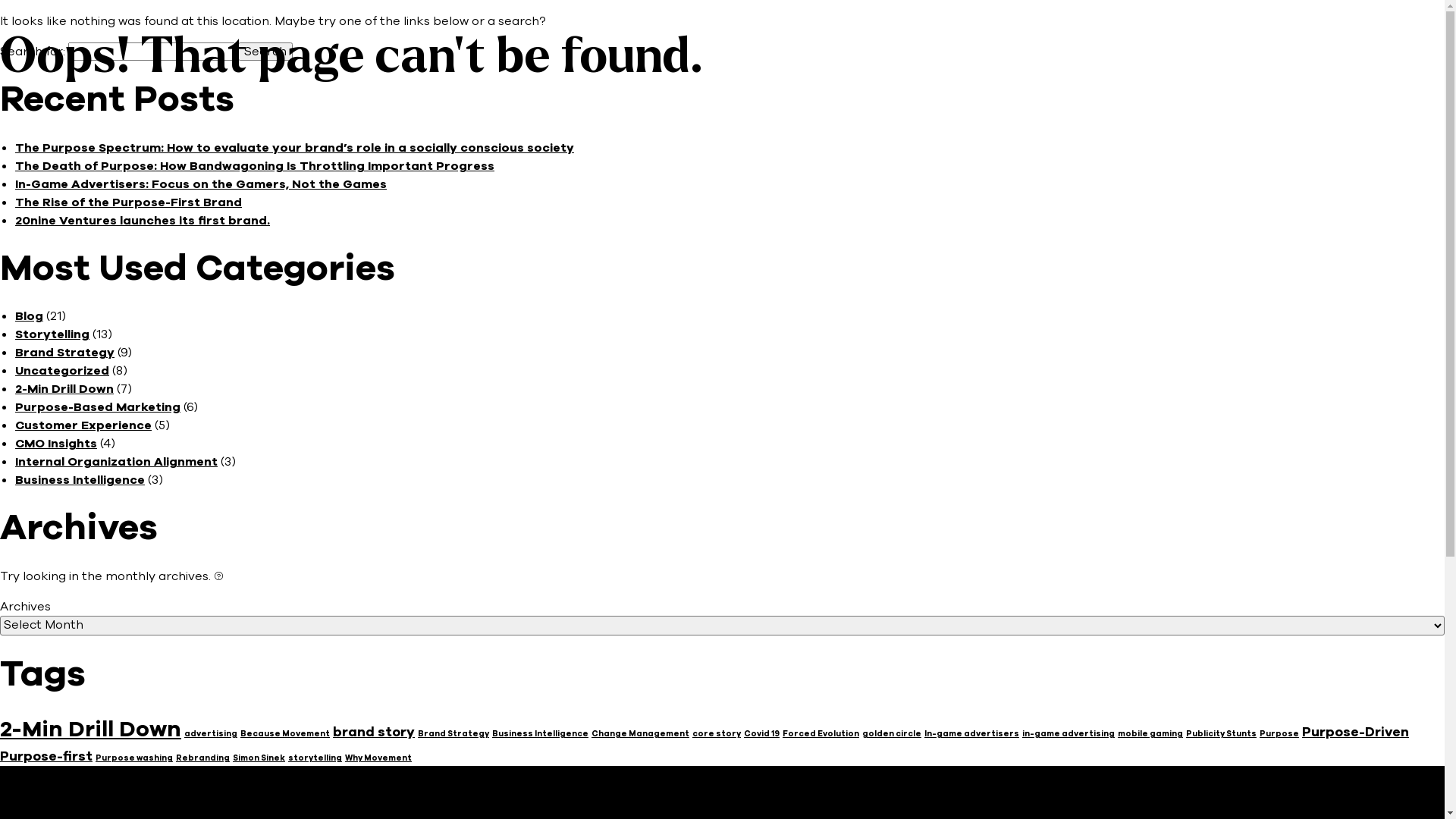 This screenshot has width=1456, height=819. What do you see at coordinates (14, 425) in the screenshot?
I see `'Customer Experience'` at bounding box center [14, 425].